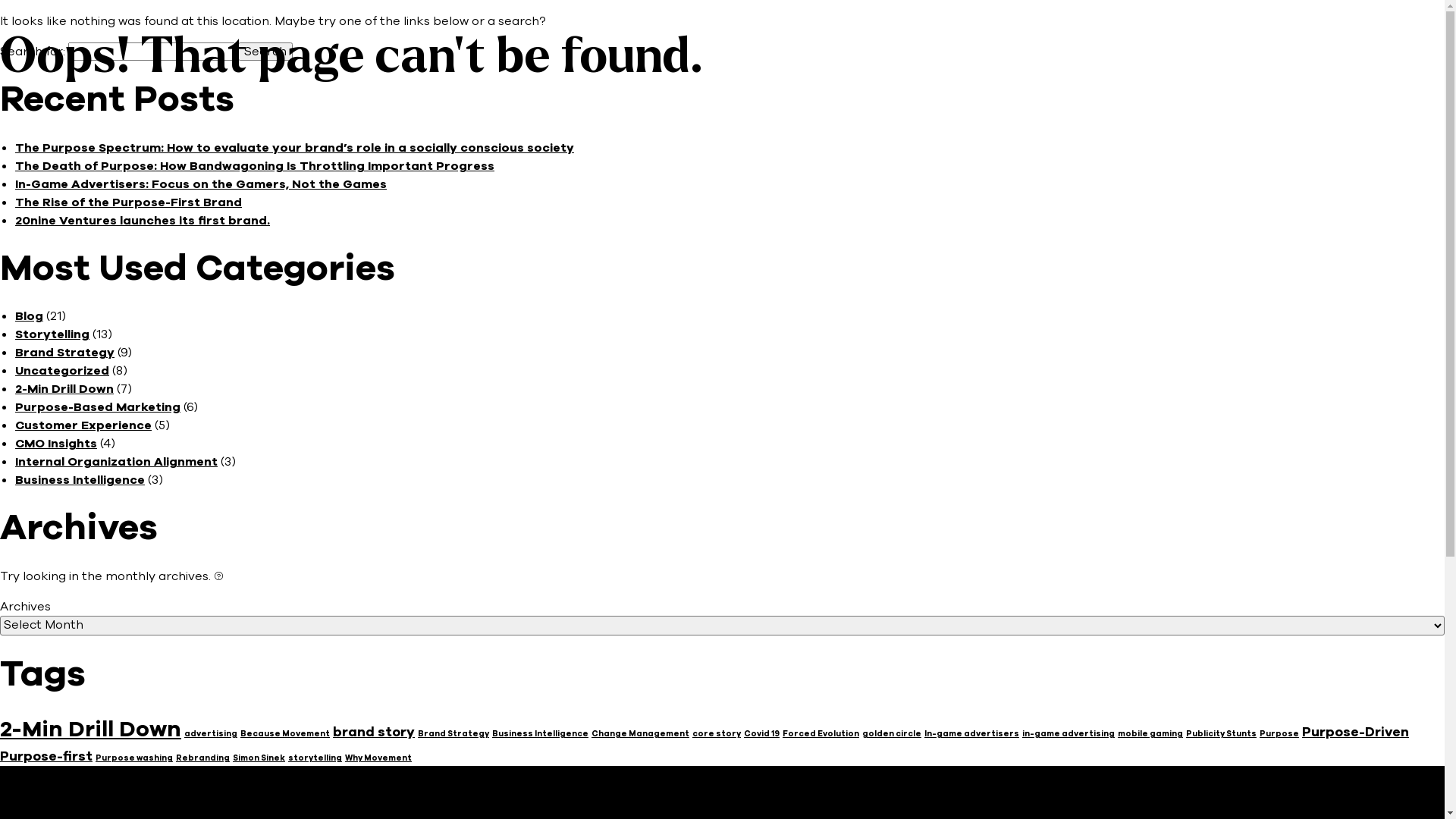 This screenshot has width=1456, height=819. What do you see at coordinates (14, 425) in the screenshot?
I see `'Customer Experience'` at bounding box center [14, 425].